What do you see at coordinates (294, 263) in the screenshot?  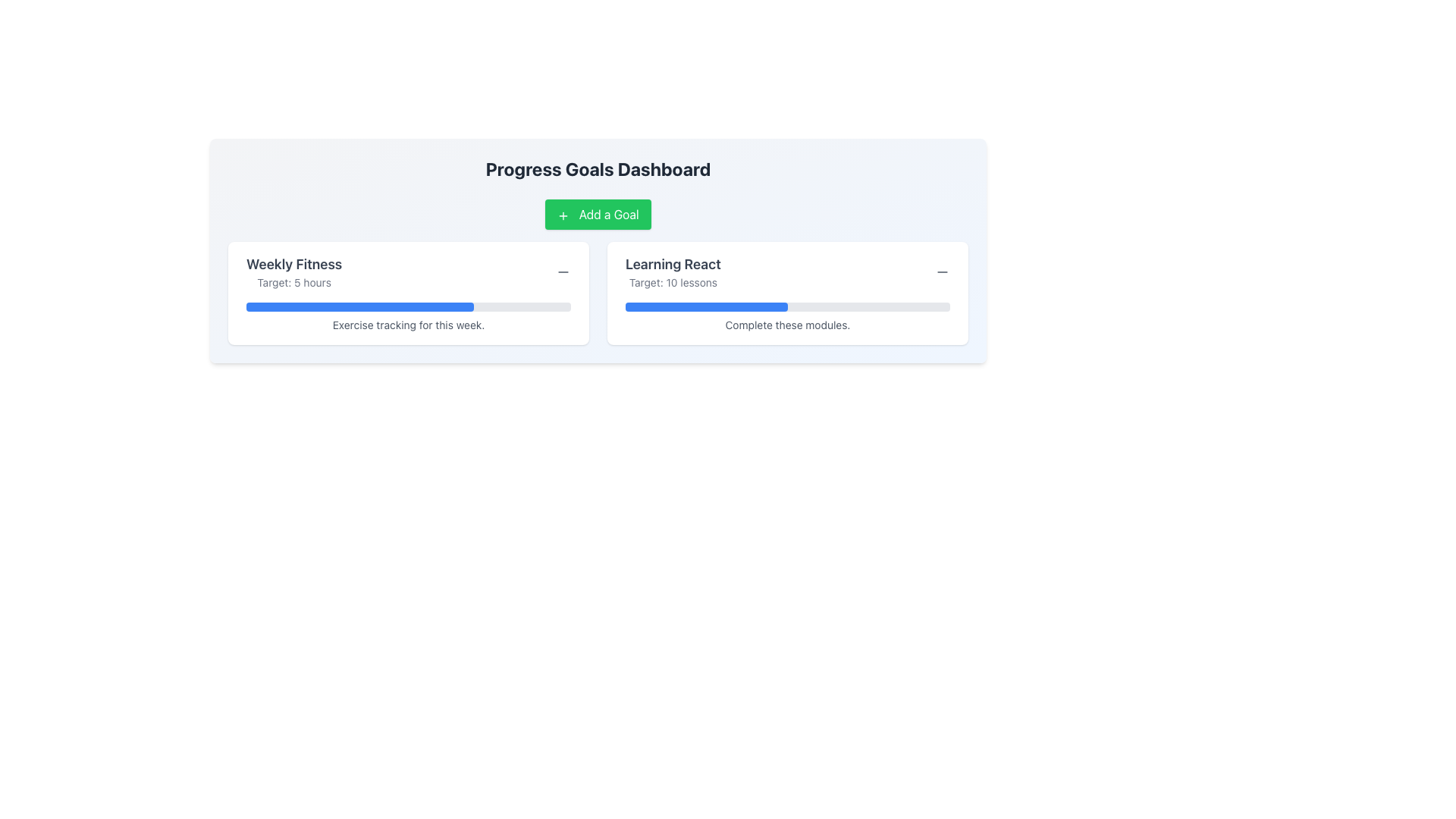 I see `text header that serves as the title for the left progress goal card in the 'Progress Goals Dashboard' interface, located above the subtitle 'Target: 5 hours'` at bounding box center [294, 263].